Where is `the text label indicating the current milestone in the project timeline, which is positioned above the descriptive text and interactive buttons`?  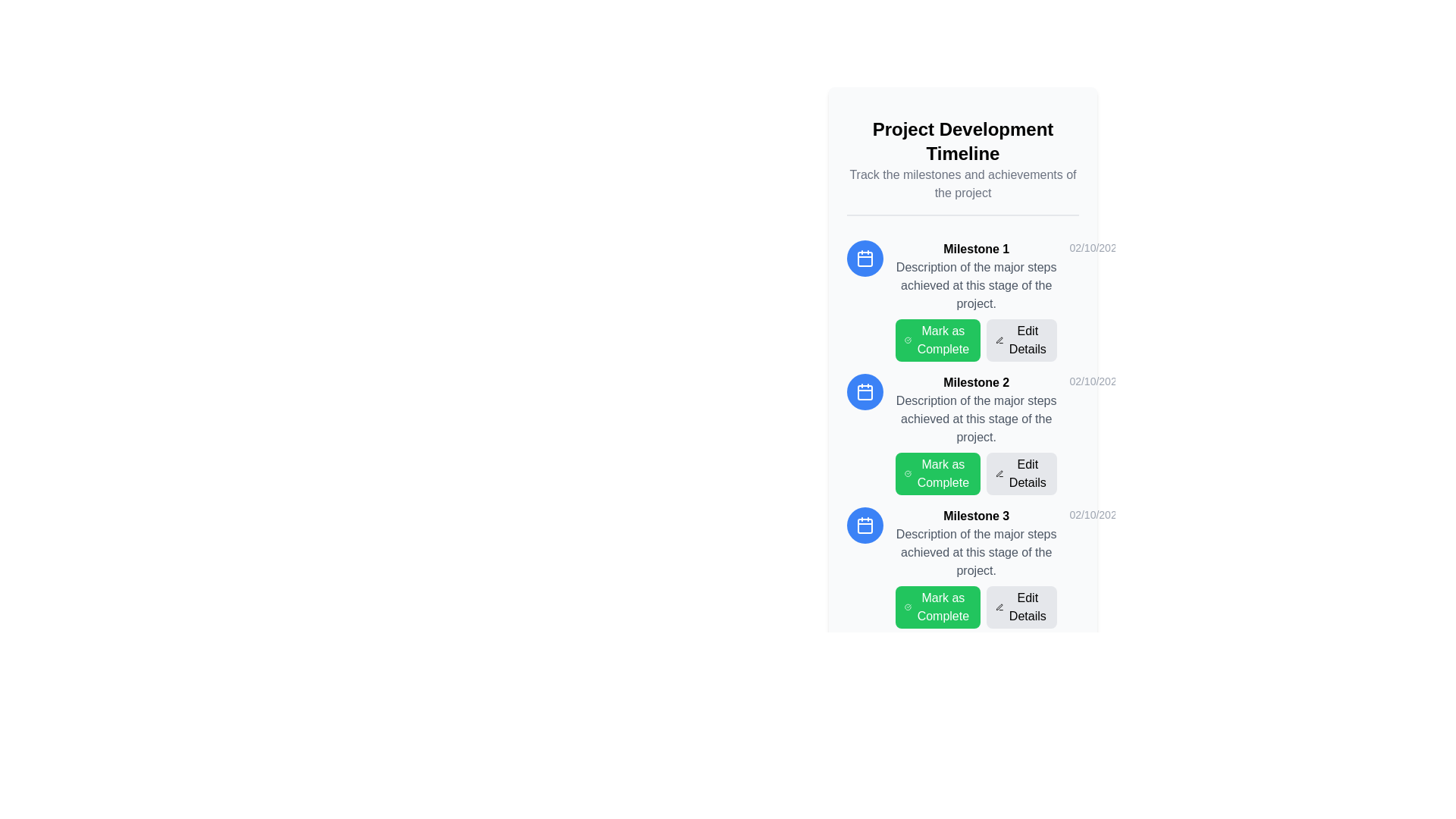 the text label indicating the current milestone in the project timeline, which is positioned above the descriptive text and interactive buttons is located at coordinates (976, 515).